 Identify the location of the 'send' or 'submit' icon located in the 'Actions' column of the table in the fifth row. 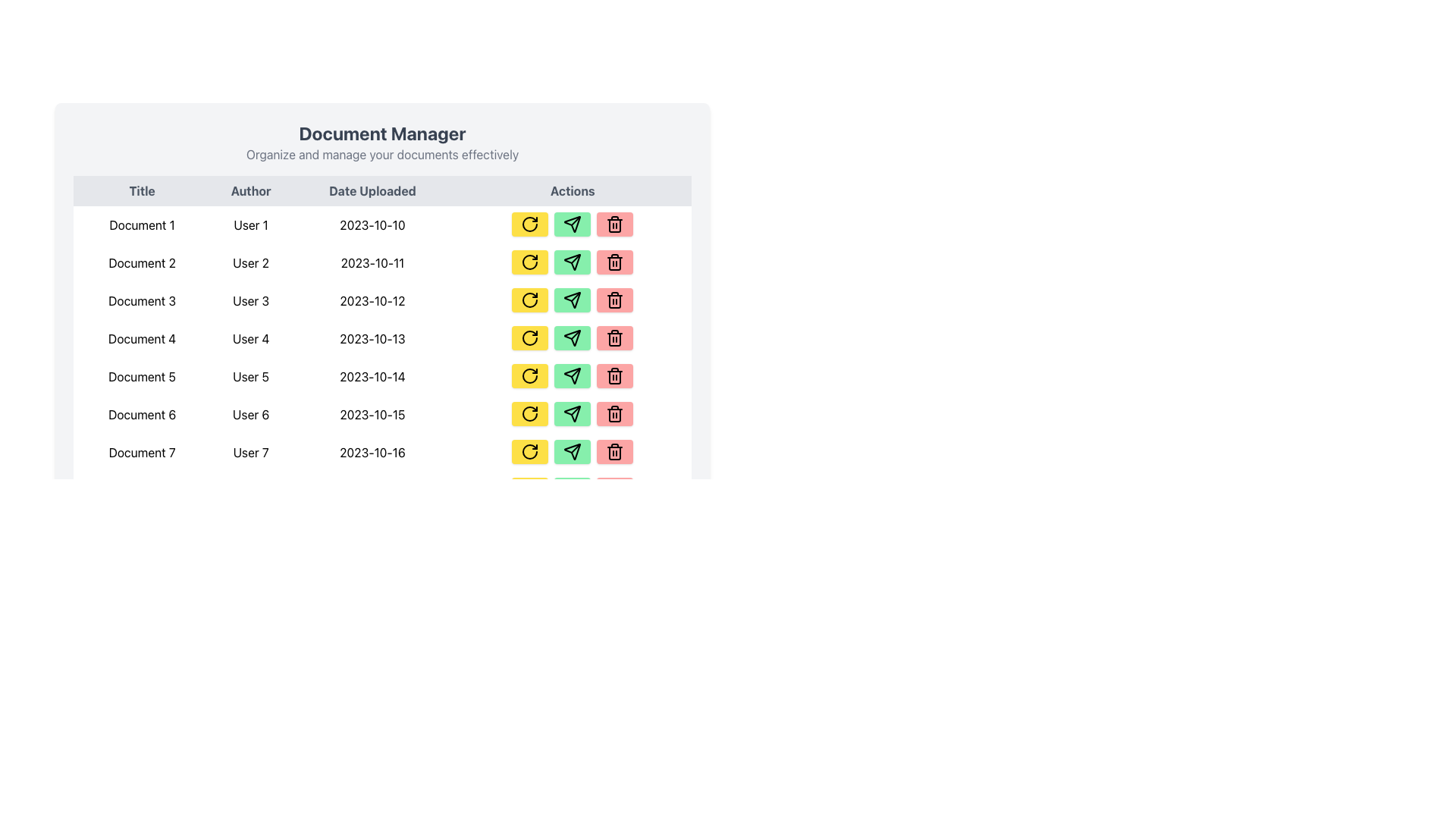
(572, 375).